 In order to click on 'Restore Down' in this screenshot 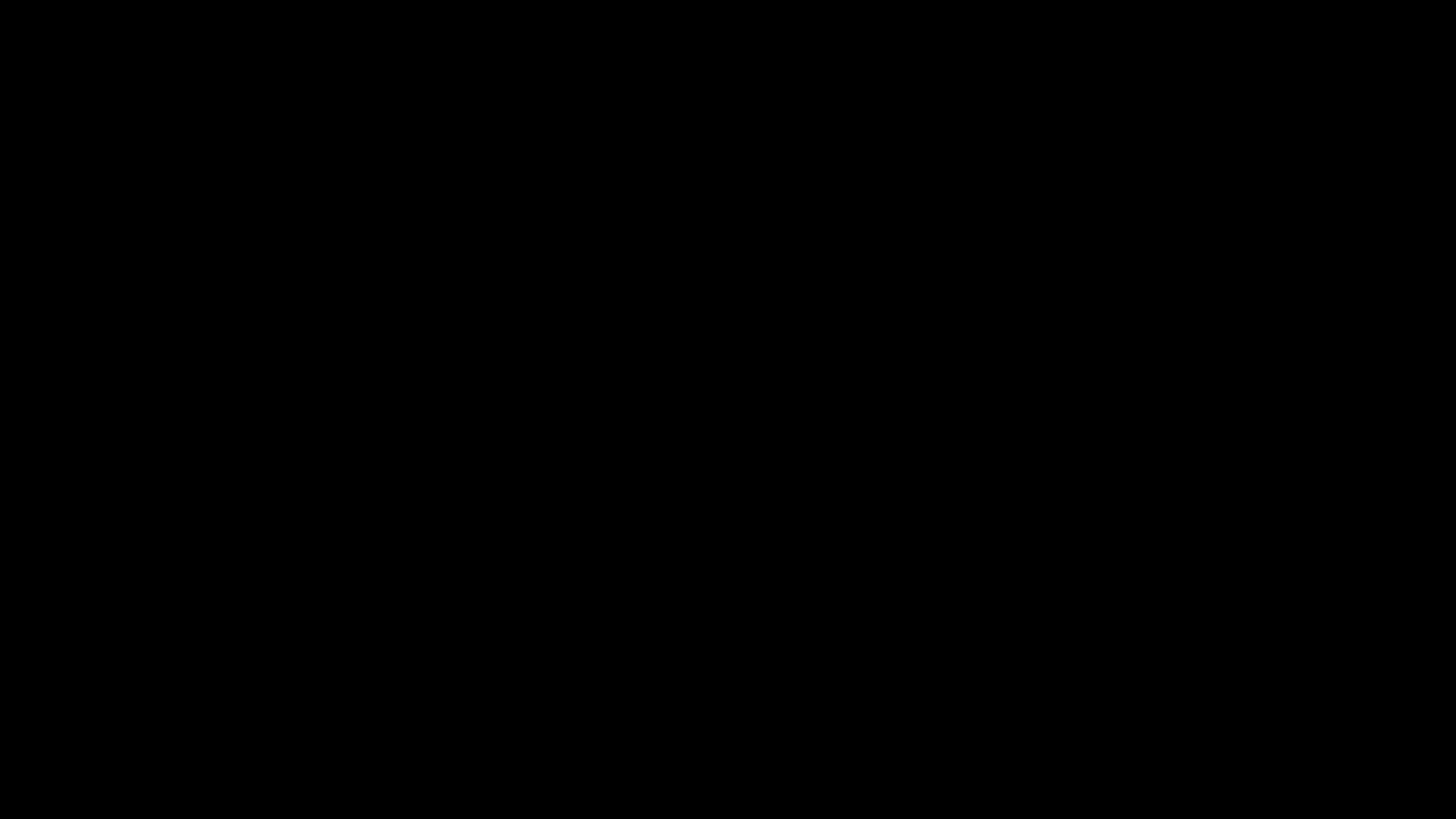, I will do `click(1416, 9)`.